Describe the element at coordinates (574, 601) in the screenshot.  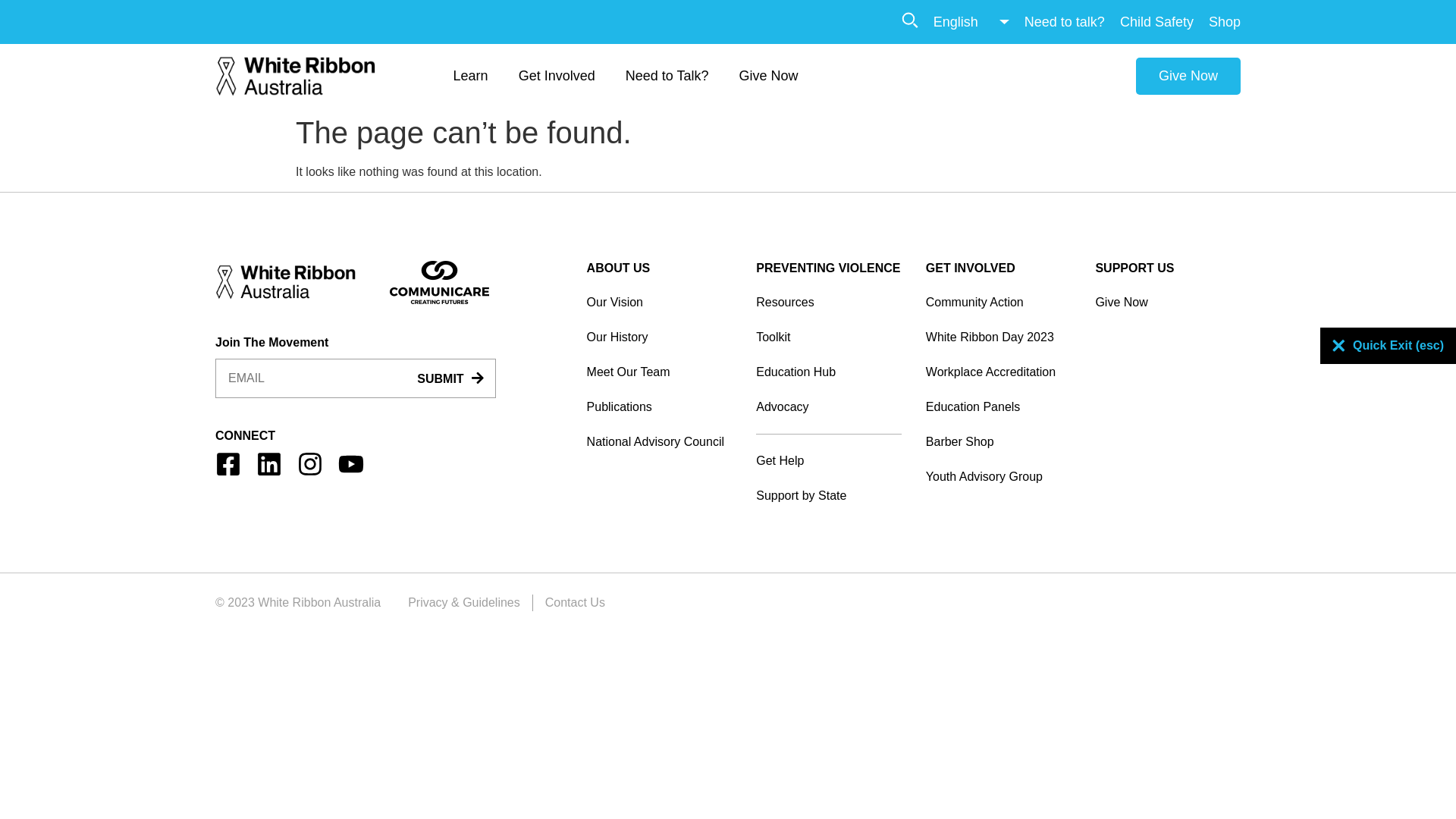
I see `'Contact Us'` at that location.